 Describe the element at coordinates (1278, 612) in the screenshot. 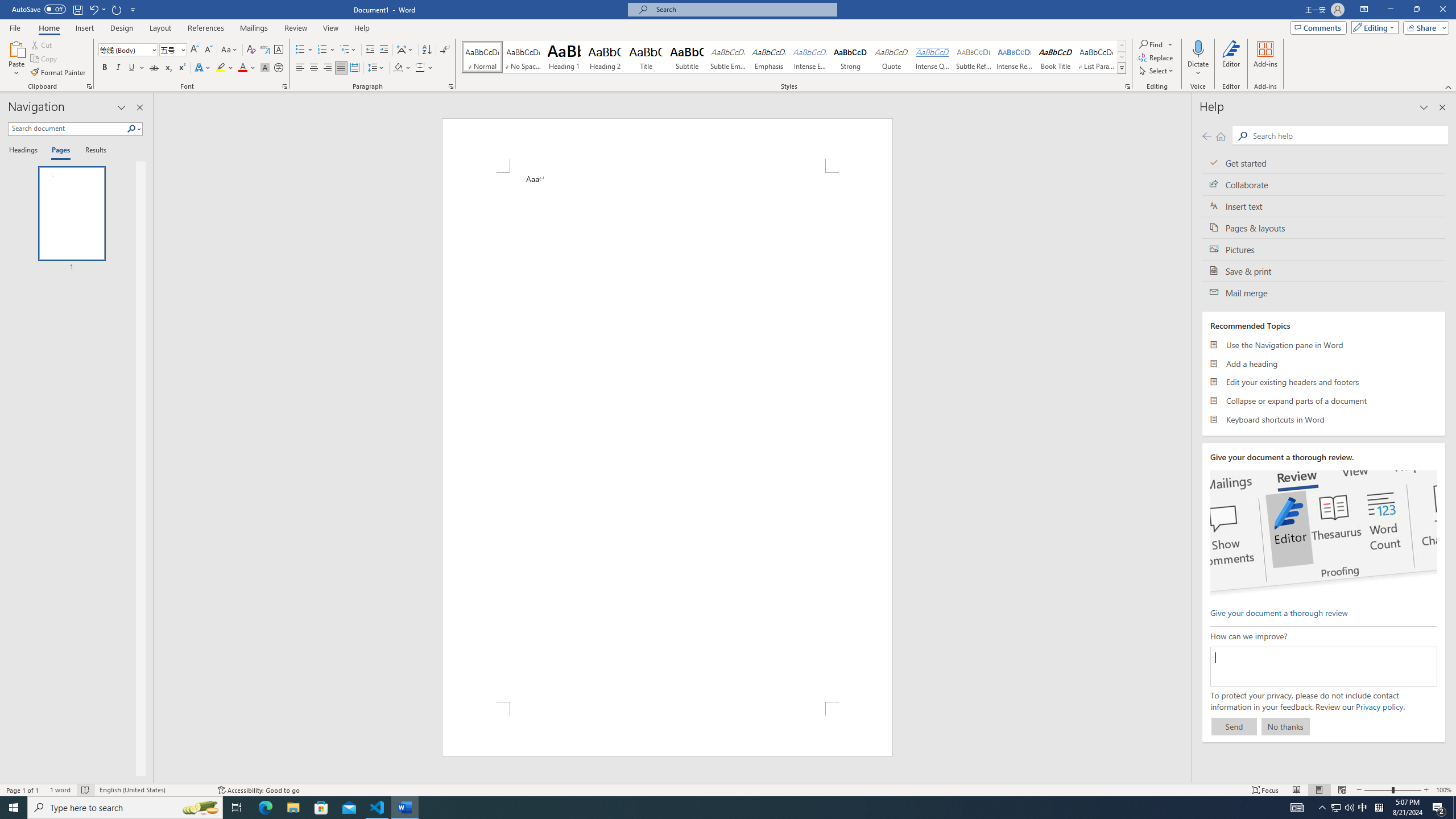

I see `'Give your document a thorough review'` at that location.